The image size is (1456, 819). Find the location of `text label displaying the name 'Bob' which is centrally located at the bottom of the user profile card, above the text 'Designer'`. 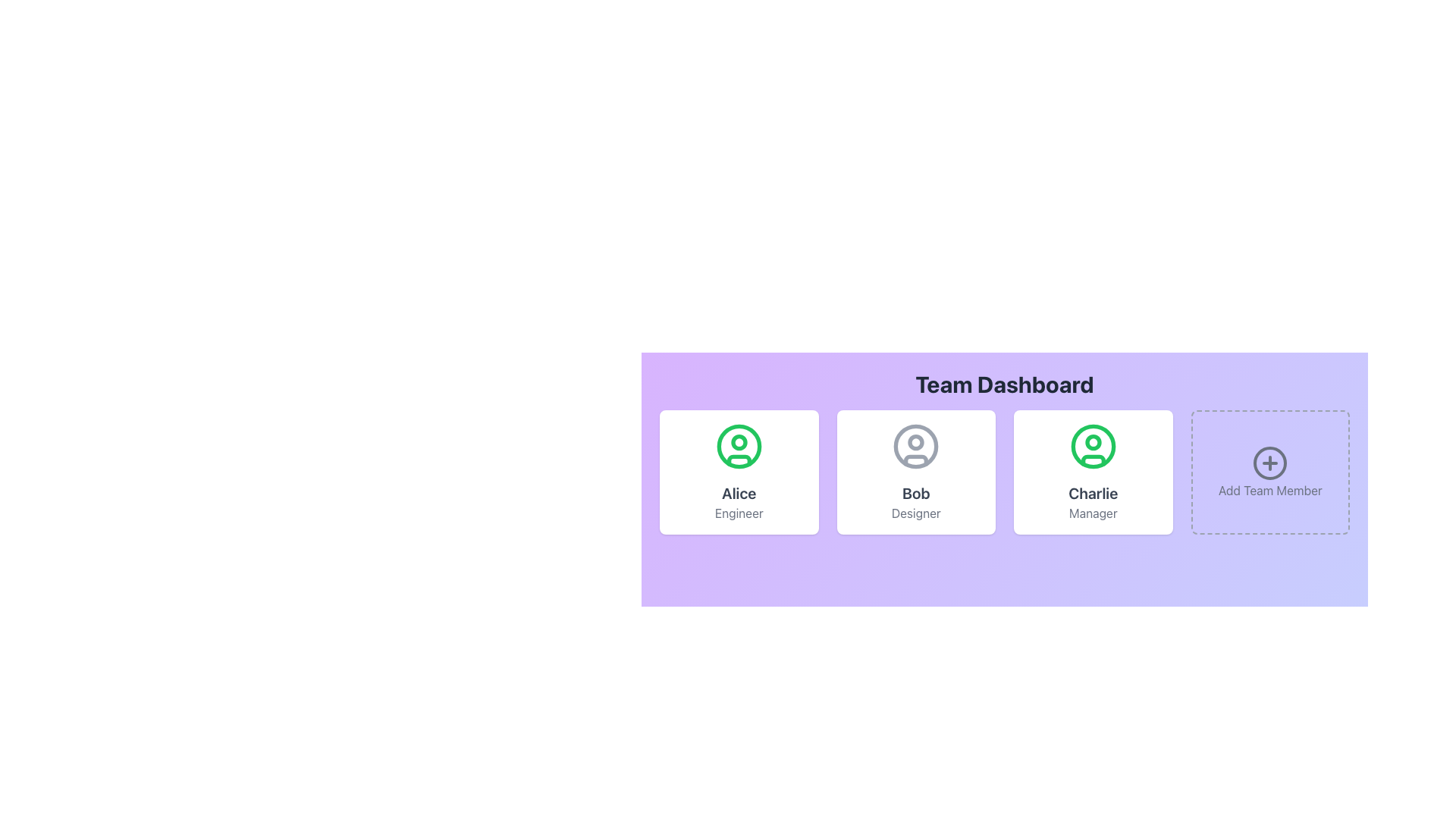

text label displaying the name 'Bob' which is centrally located at the bottom of the user profile card, above the text 'Designer' is located at coordinates (915, 494).